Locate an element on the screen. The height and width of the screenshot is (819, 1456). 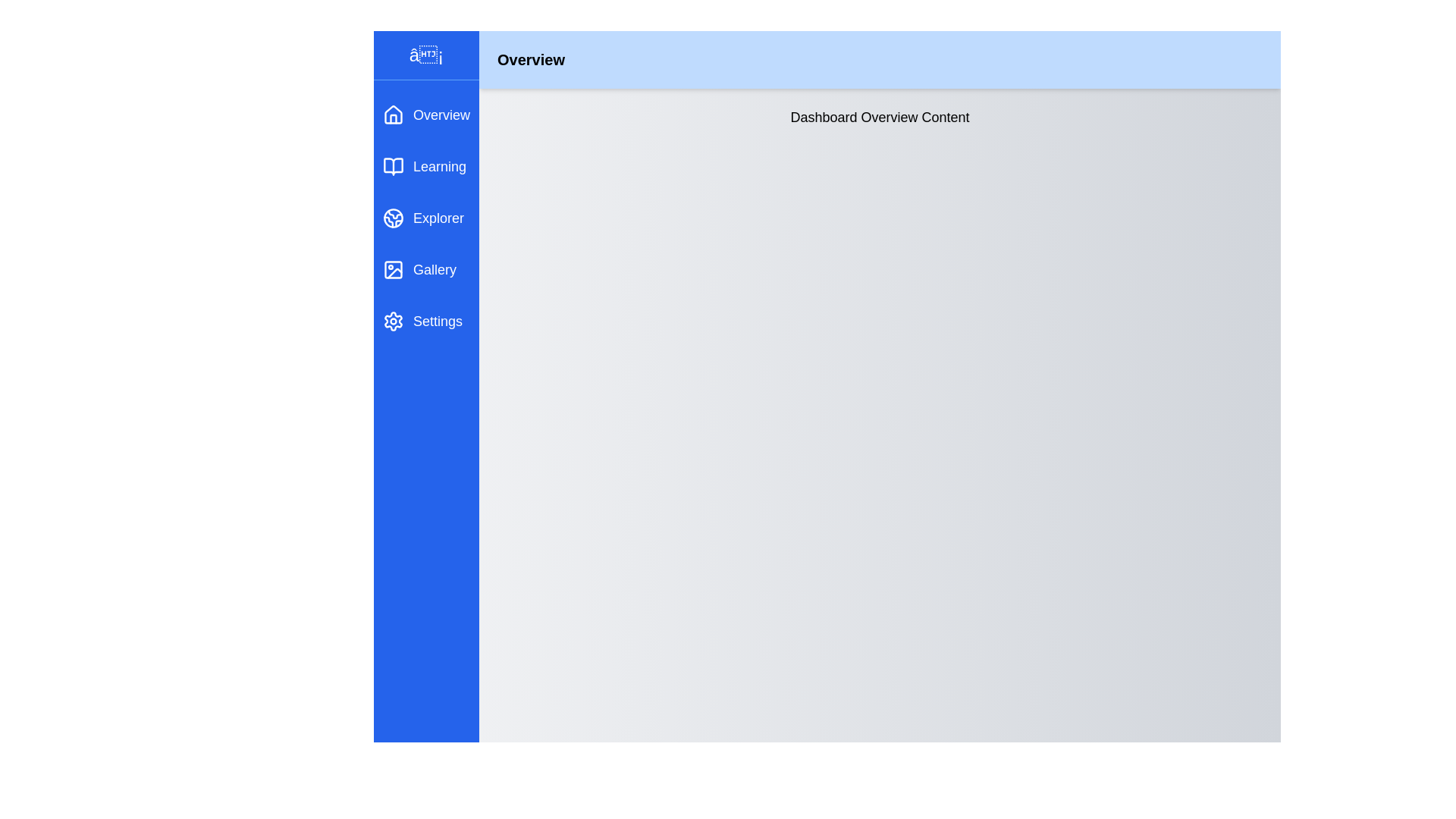
the 'Settings' text label located next to the gear icon in the vertical navigation menu is located at coordinates (437, 321).